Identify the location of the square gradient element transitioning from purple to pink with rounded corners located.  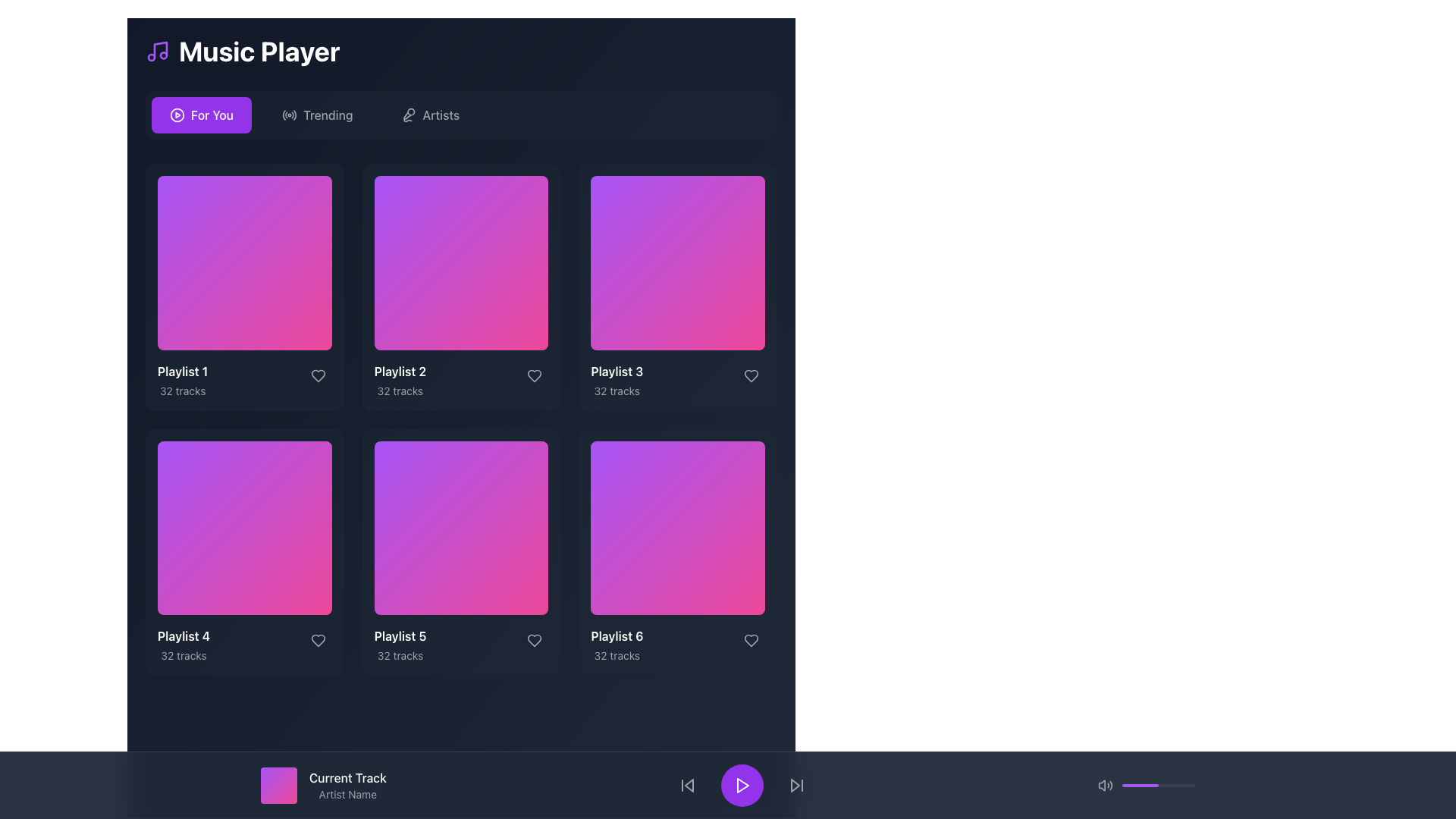
(677, 262).